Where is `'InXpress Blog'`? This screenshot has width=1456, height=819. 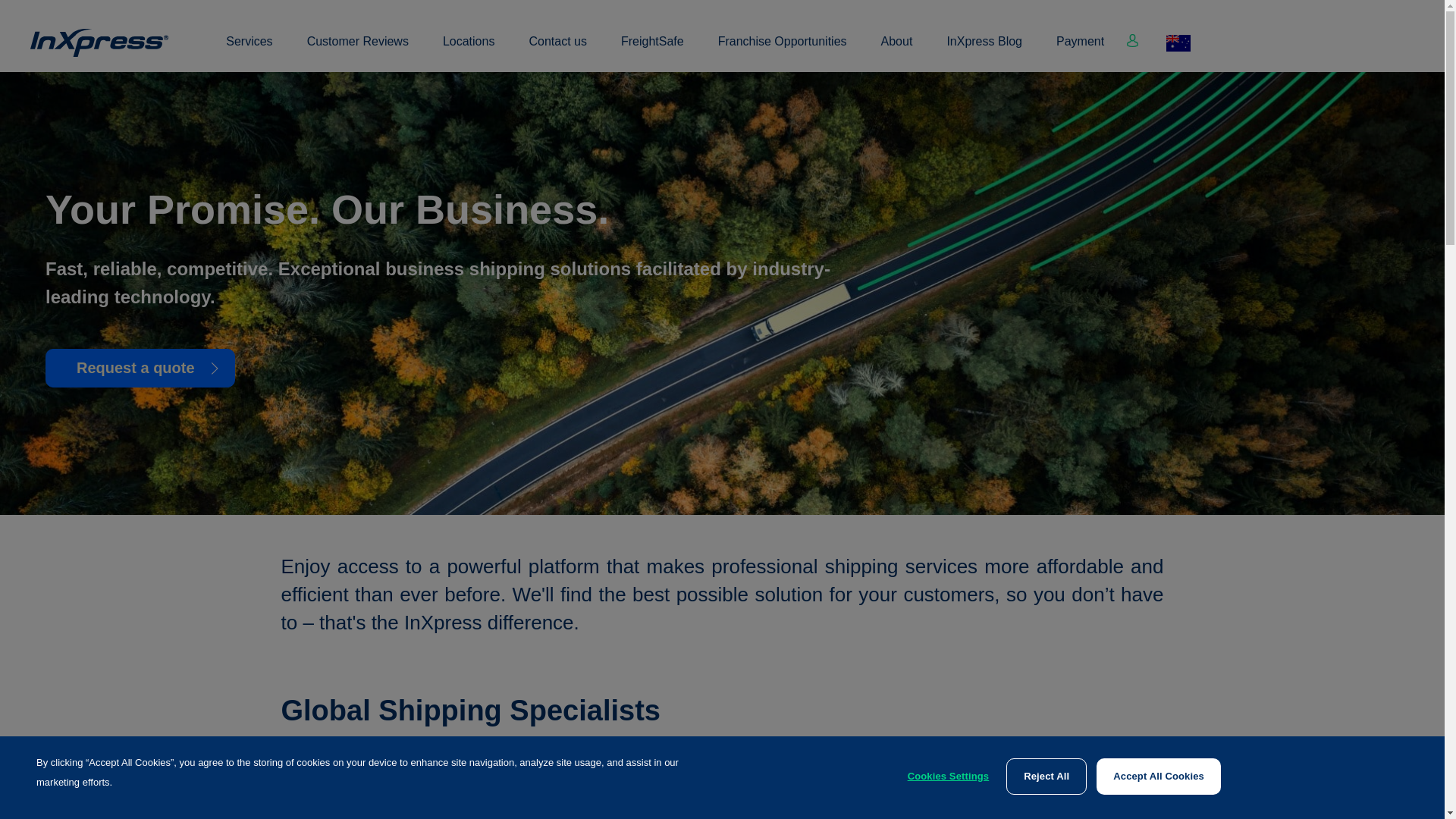
'InXpress Blog' is located at coordinates (984, 49).